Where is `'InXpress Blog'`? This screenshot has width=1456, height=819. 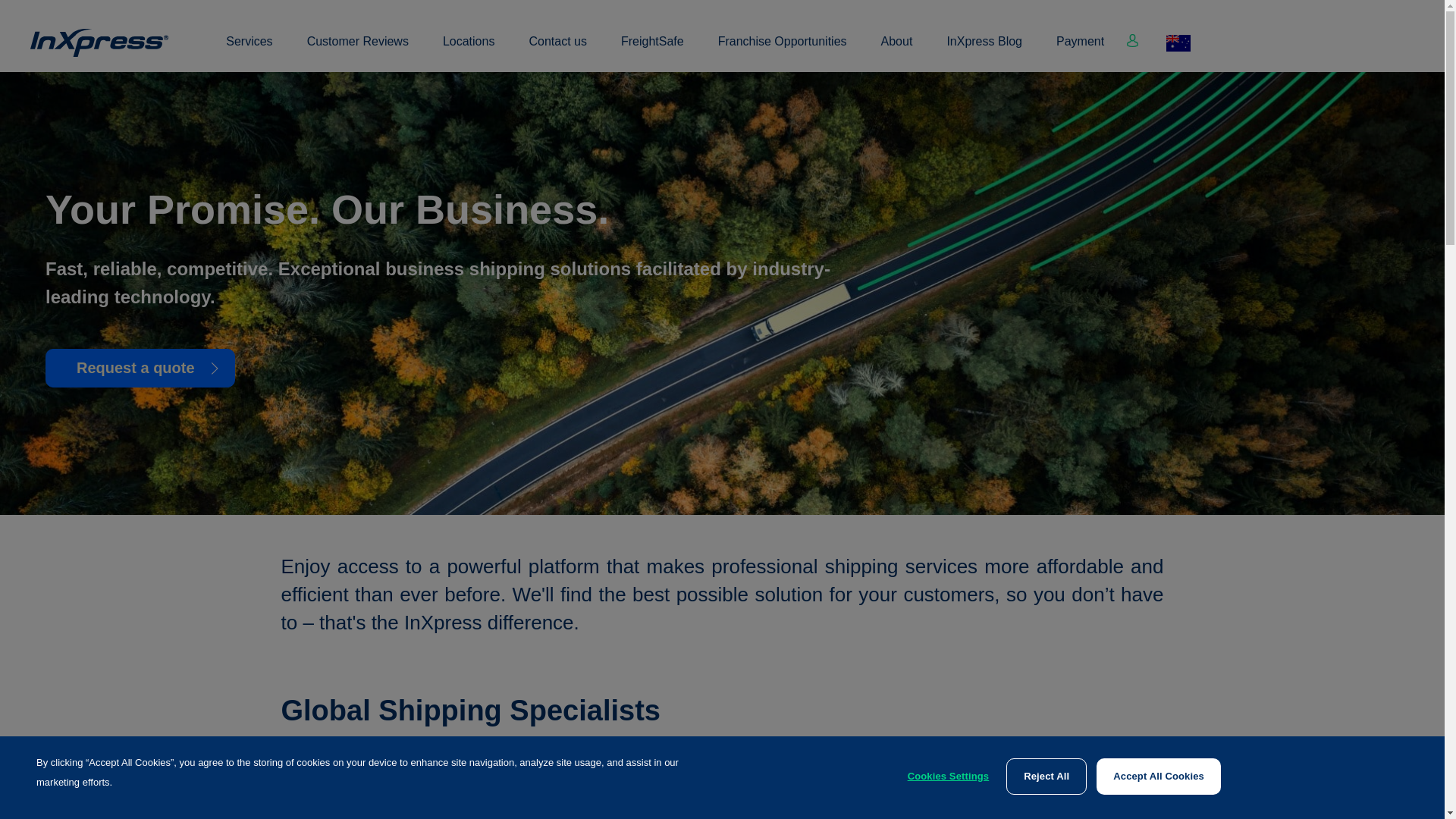
'InXpress Blog' is located at coordinates (984, 49).